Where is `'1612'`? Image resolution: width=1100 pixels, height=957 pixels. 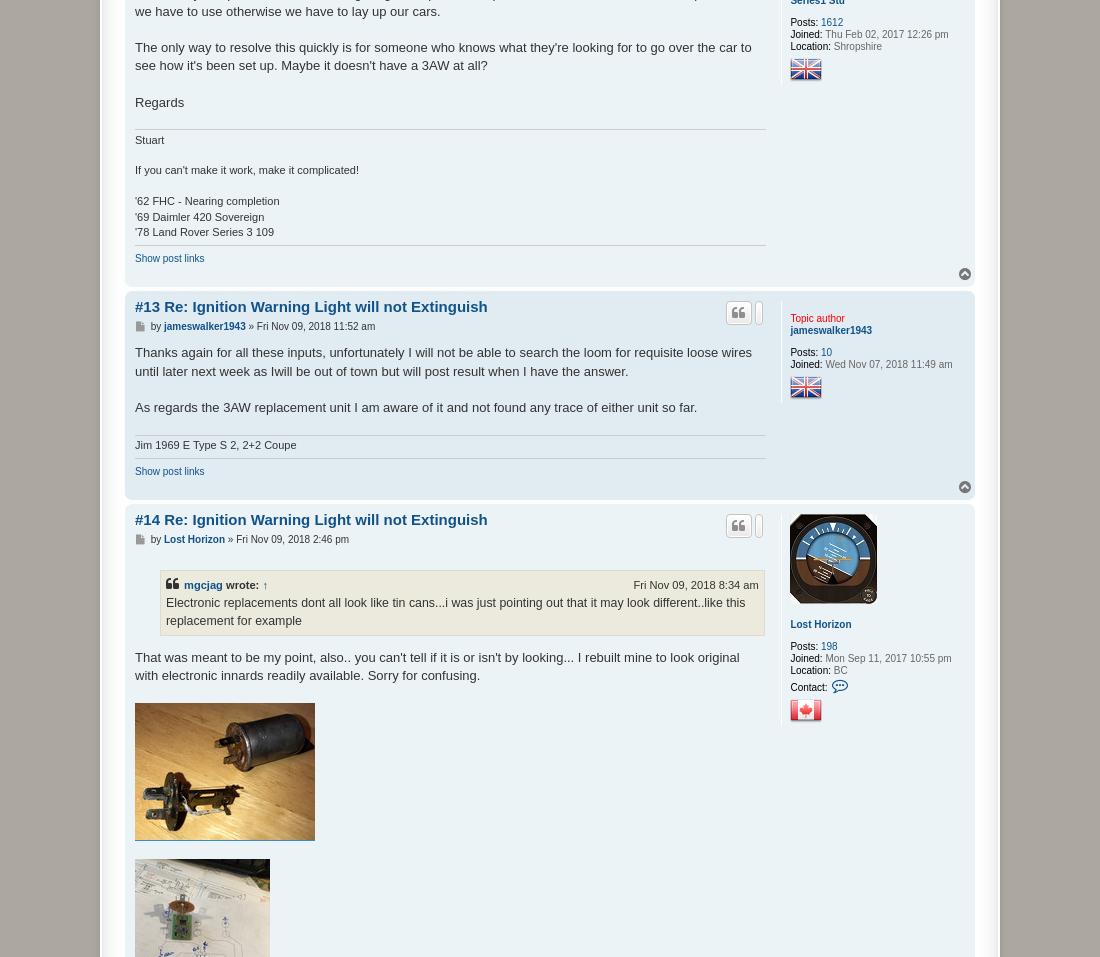 '1612' is located at coordinates (830, 21).